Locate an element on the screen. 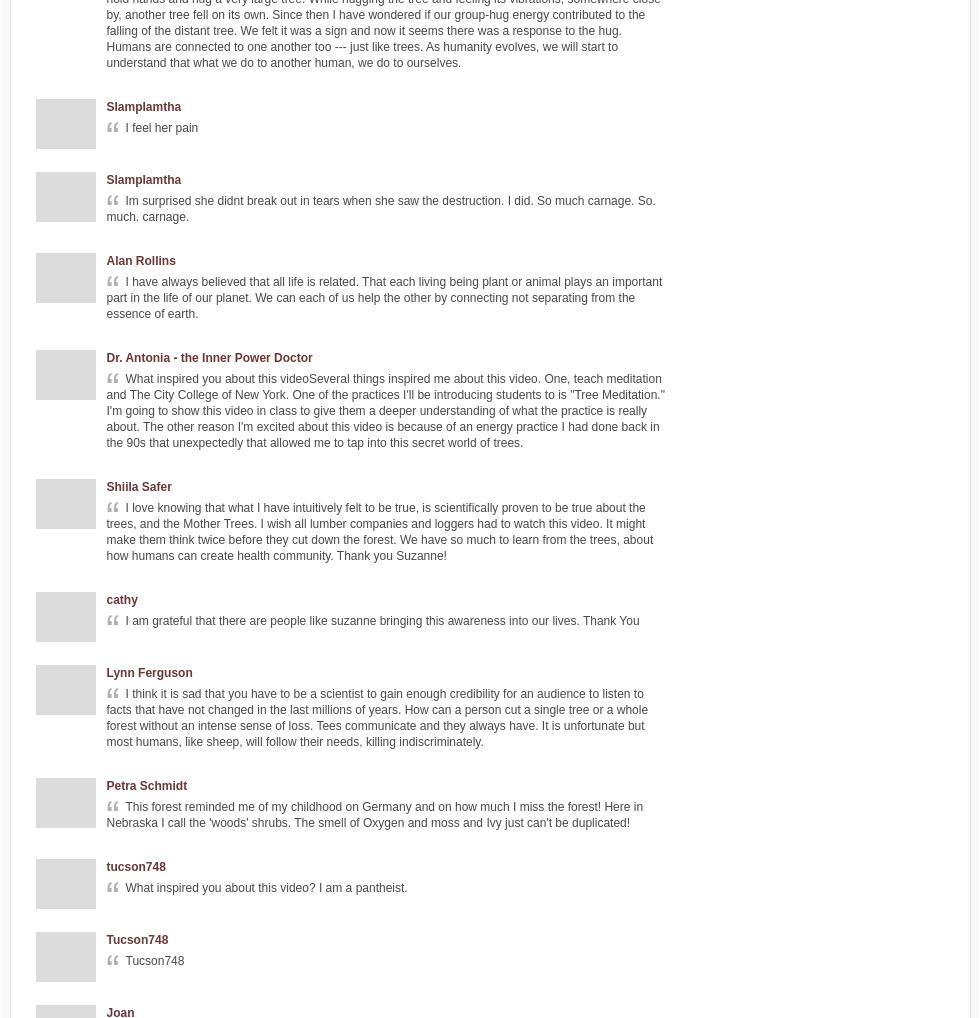  'I have always believed that all life is related. That each living being plant or animal plays an important part in the life of our planet. We can each of us help the other by connecting not separating from the essence of earth.' is located at coordinates (106, 297).